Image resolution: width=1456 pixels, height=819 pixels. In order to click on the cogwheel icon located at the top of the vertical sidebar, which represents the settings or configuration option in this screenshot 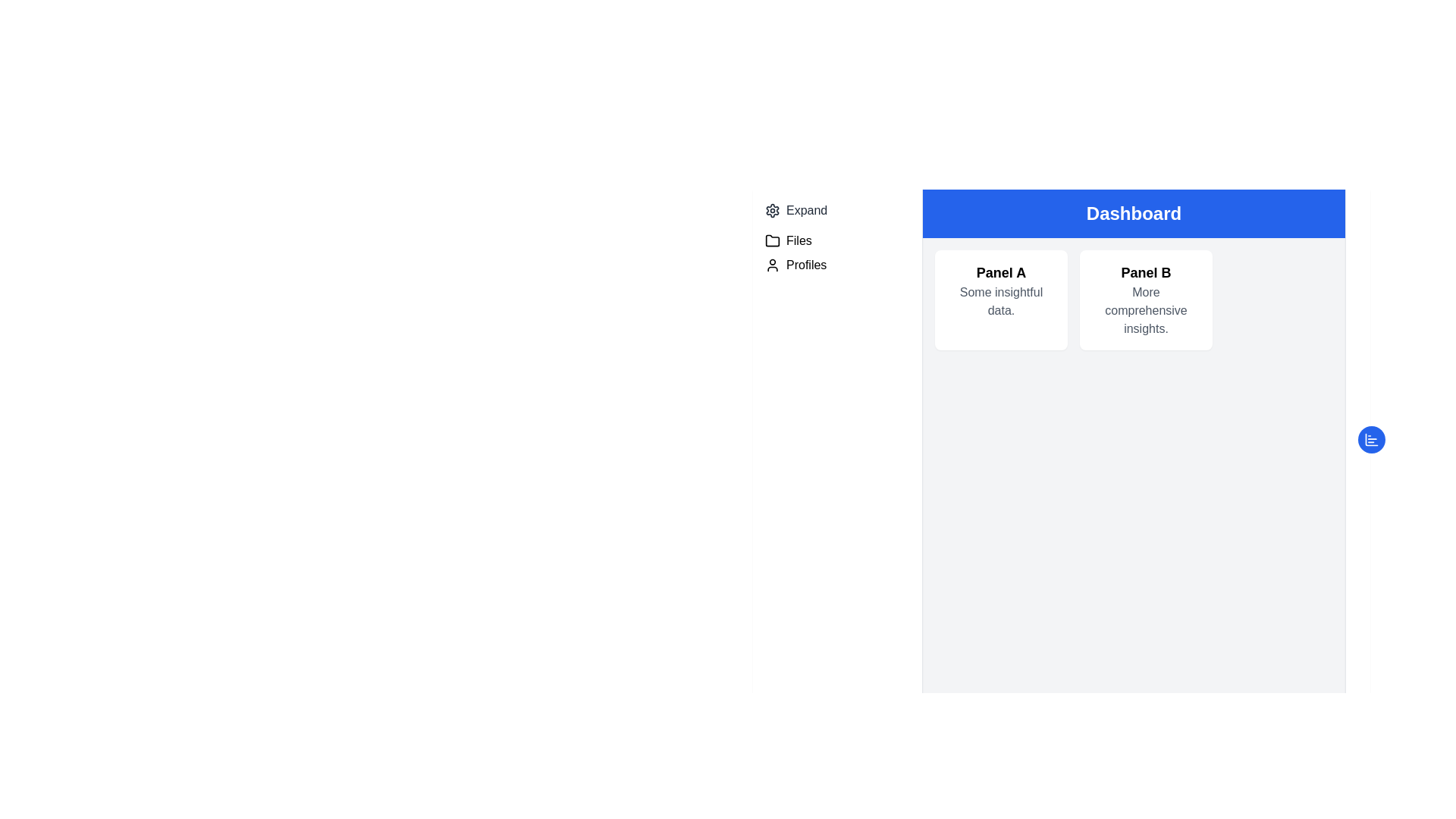, I will do `click(772, 210)`.